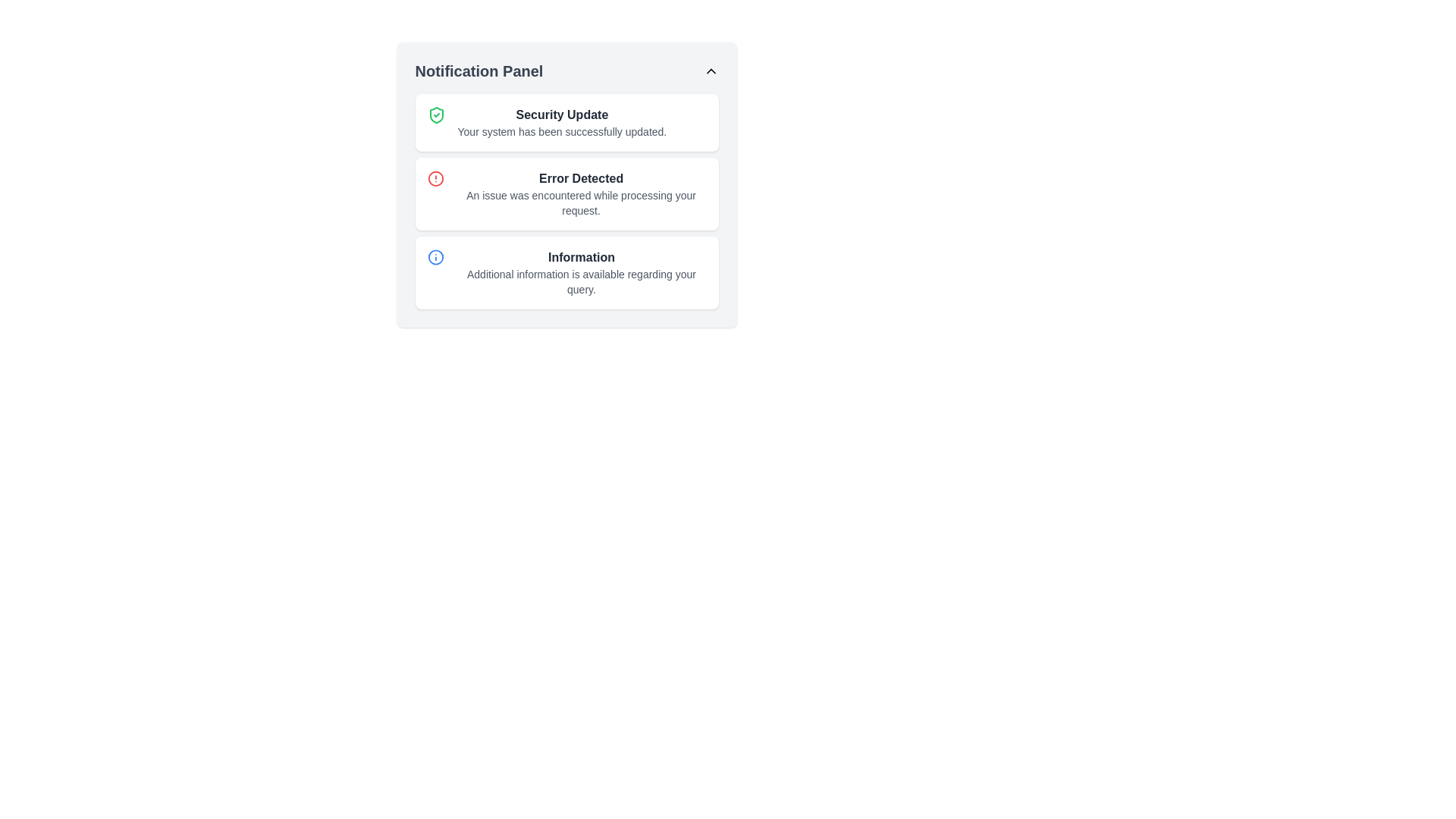  I want to click on the shield icon with a checkmark in the center, which indicates a security confirmation, located in the notification card under the 'Notification Panel' heading, next to the text 'Security Update', so click(435, 114).